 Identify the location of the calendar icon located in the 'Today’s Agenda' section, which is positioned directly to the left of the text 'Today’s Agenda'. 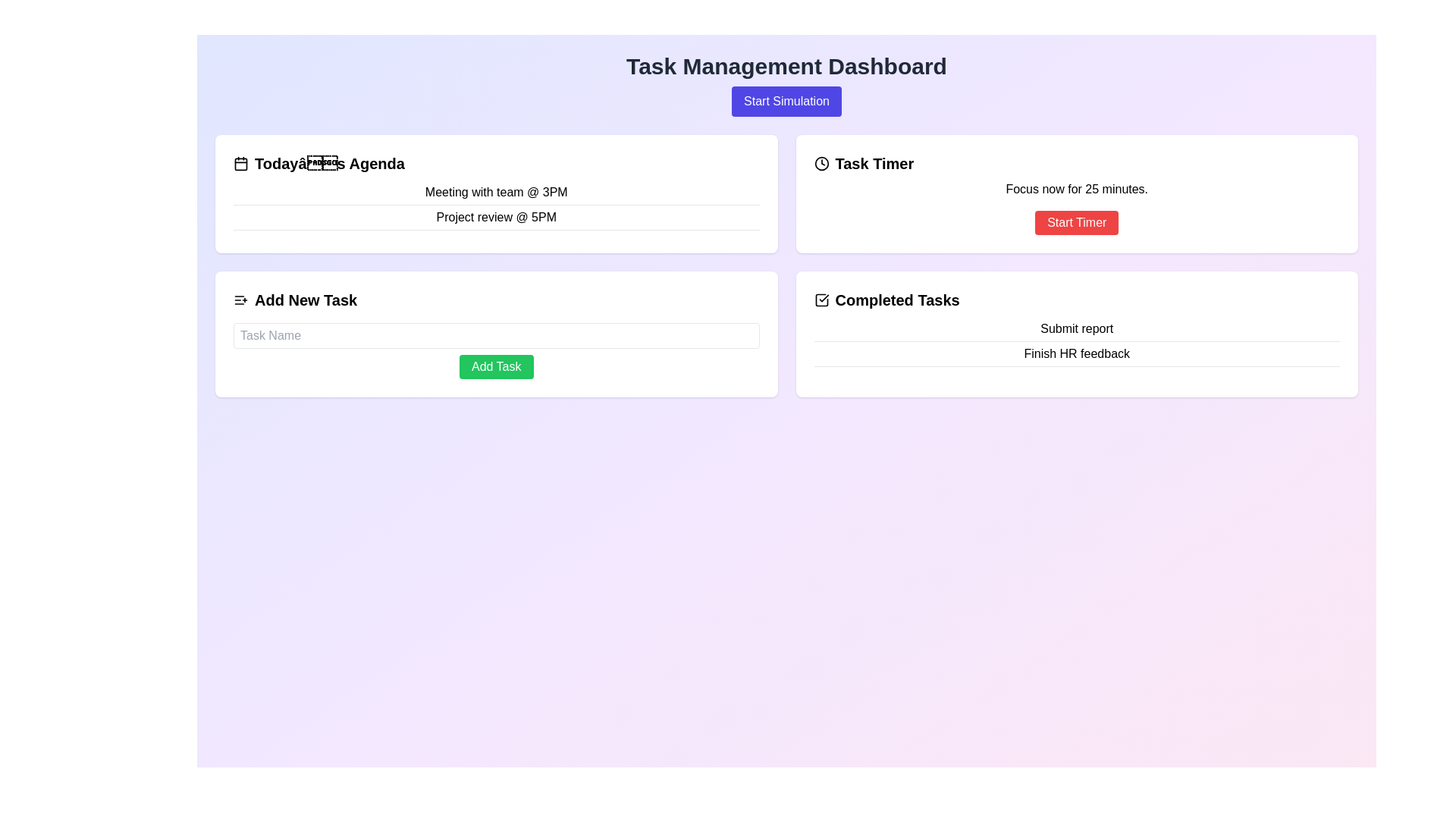
(240, 164).